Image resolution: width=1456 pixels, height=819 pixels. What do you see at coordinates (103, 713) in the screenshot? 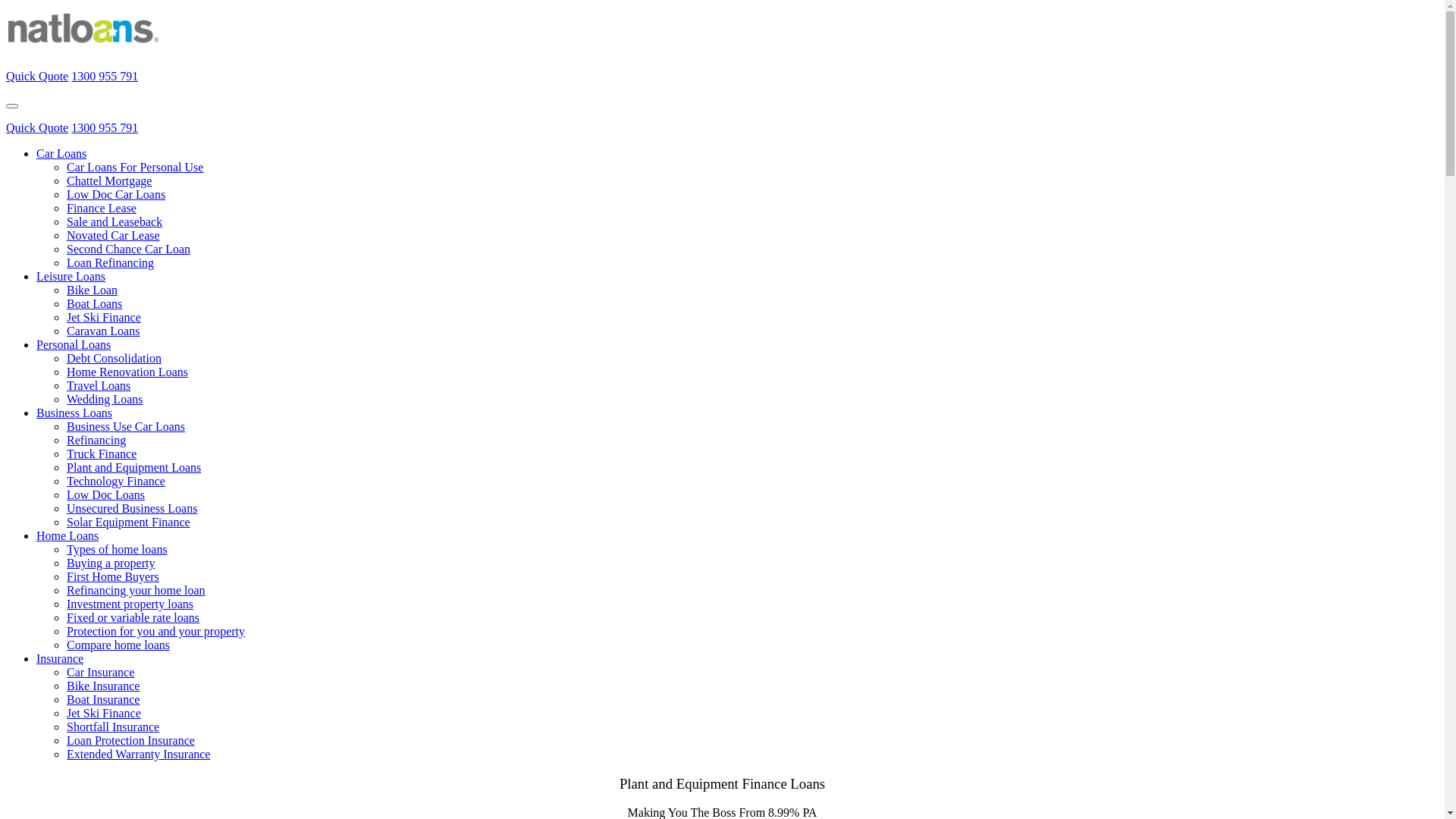
I see `'Jet Ski Finance'` at bounding box center [103, 713].